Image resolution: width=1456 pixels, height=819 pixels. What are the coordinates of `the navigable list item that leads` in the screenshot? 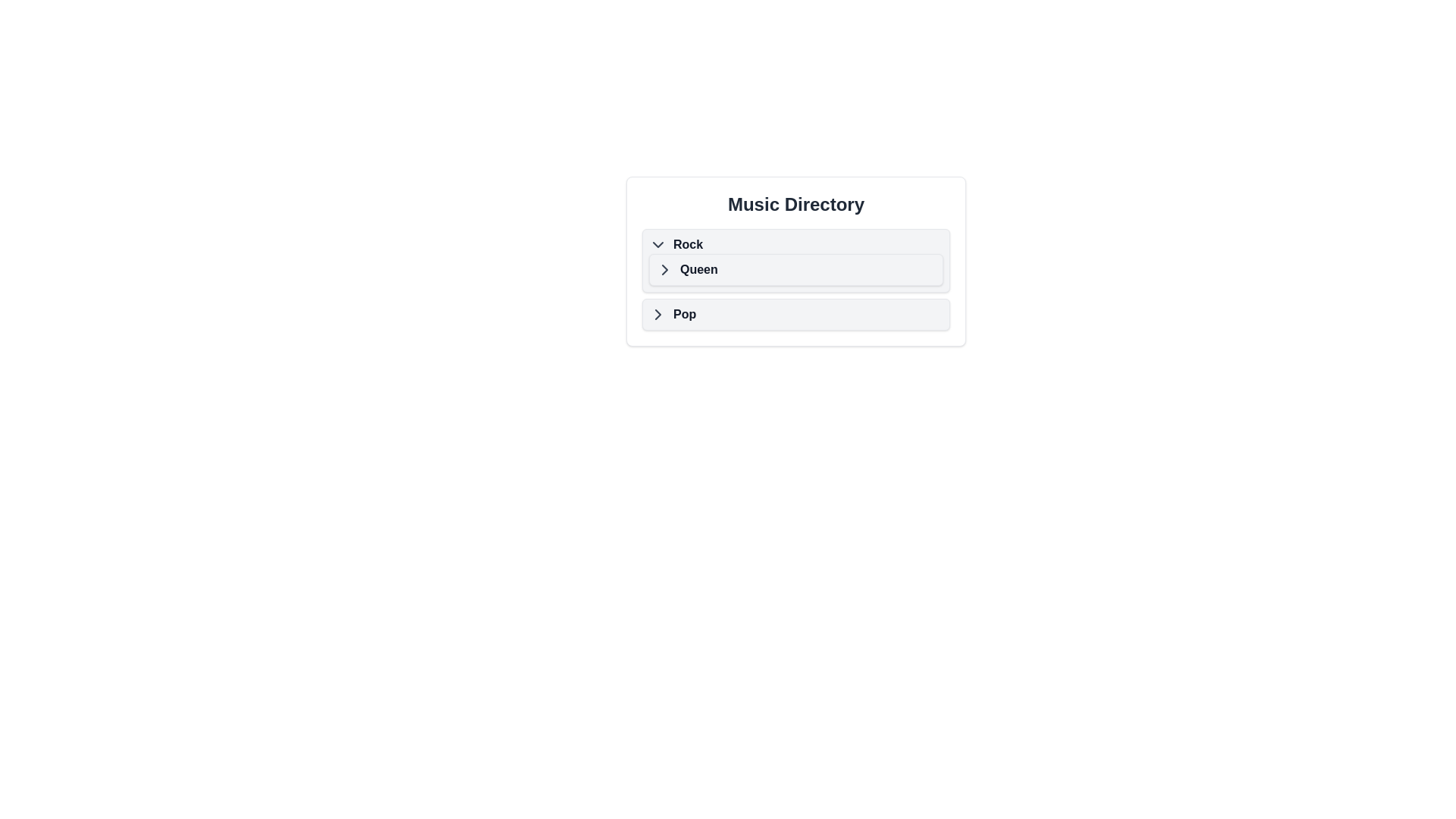 It's located at (795, 268).